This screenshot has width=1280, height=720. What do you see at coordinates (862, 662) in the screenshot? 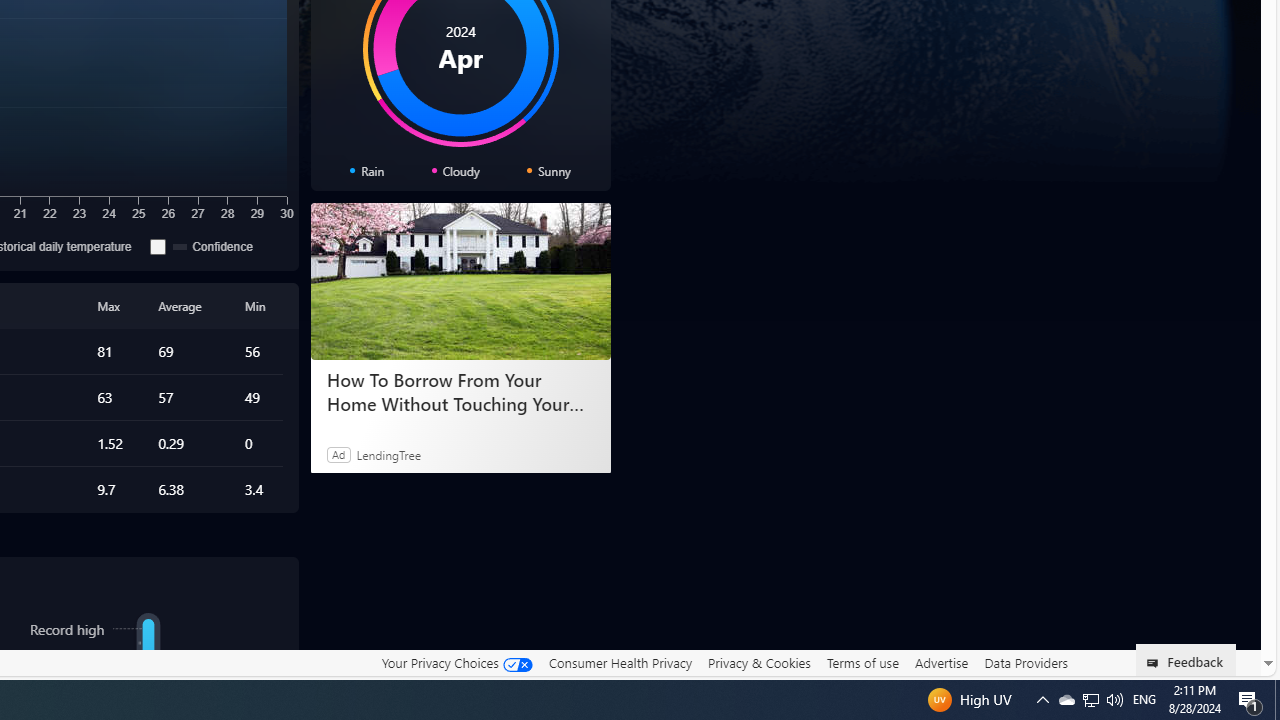
I see `'Terms of use'` at bounding box center [862, 662].